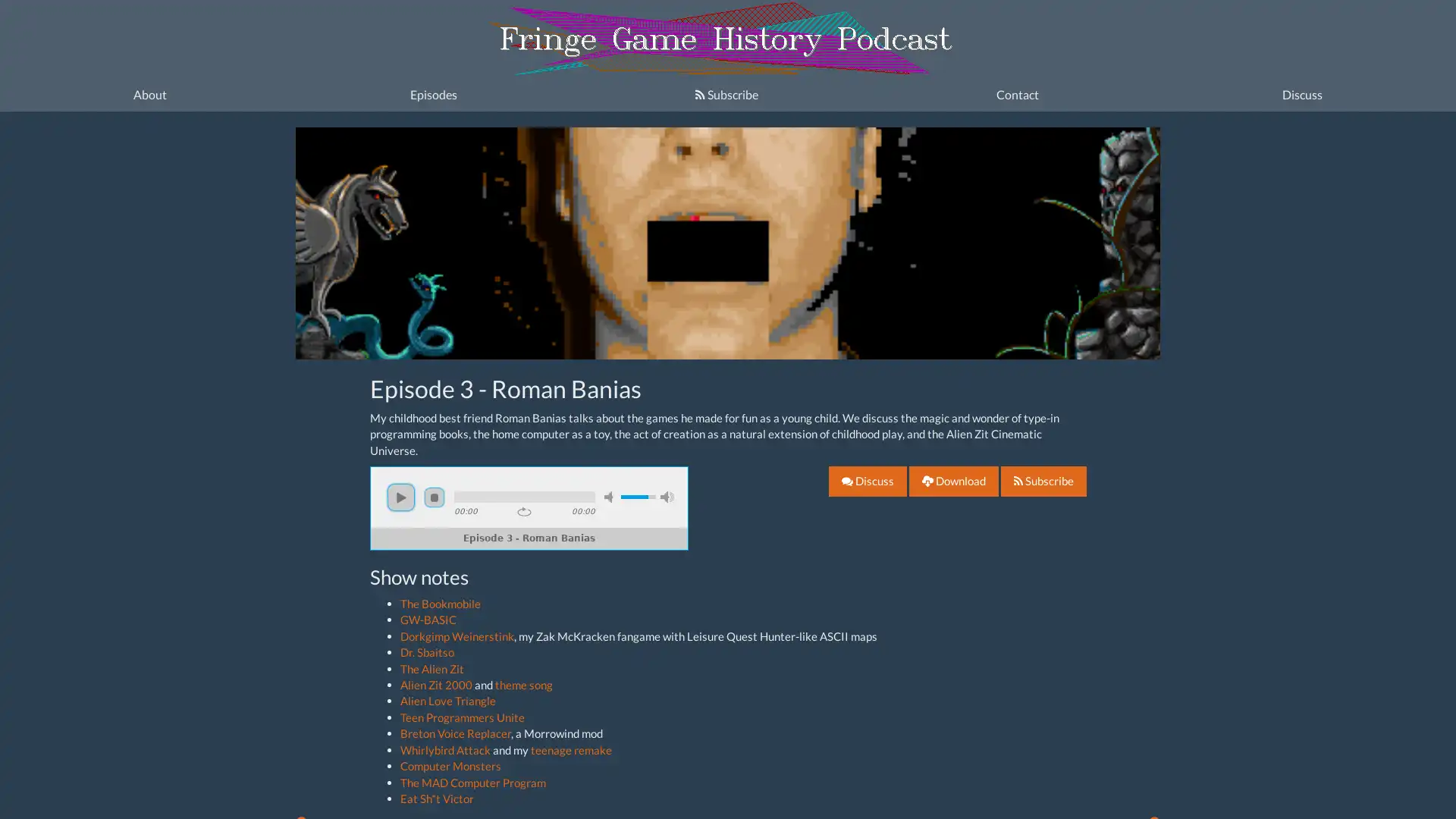 The image size is (1456, 819). I want to click on repeat, so click(524, 512).